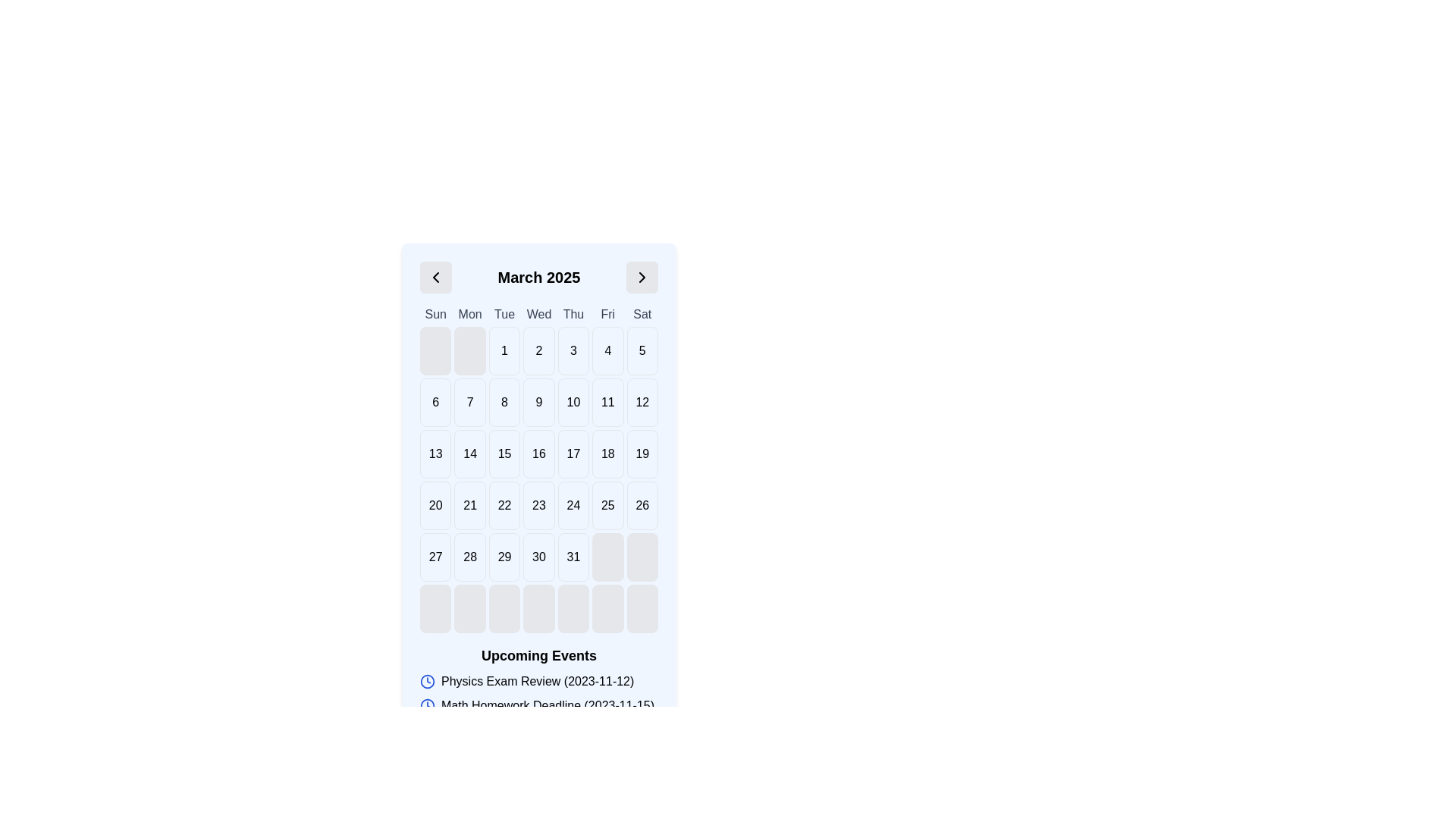 The image size is (1456, 819). I want to click on the interactive calendar cell representing the 27th day of the month, so click(435, 557).